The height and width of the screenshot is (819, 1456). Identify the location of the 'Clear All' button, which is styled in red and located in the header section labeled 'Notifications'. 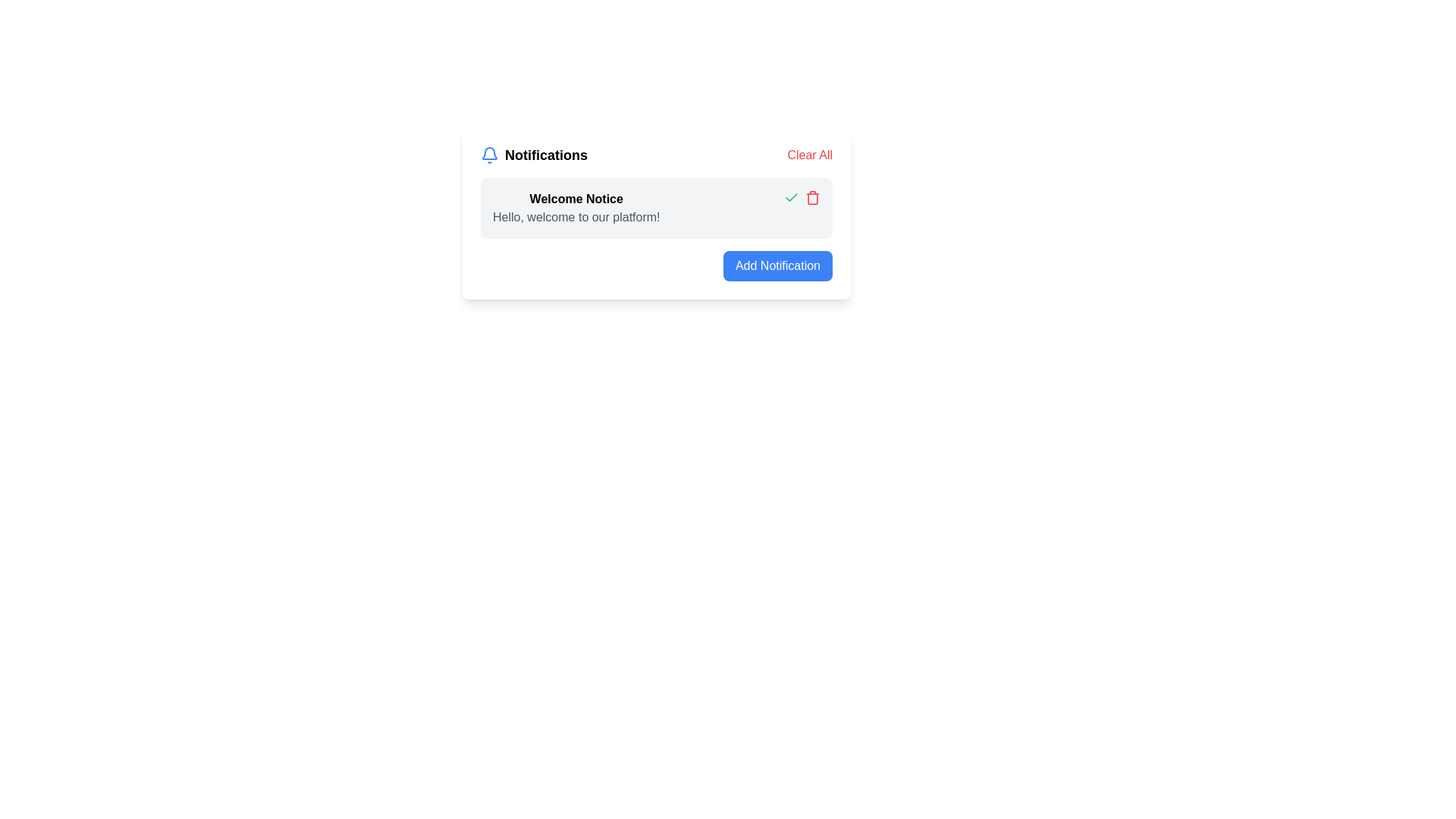
(809, 155).